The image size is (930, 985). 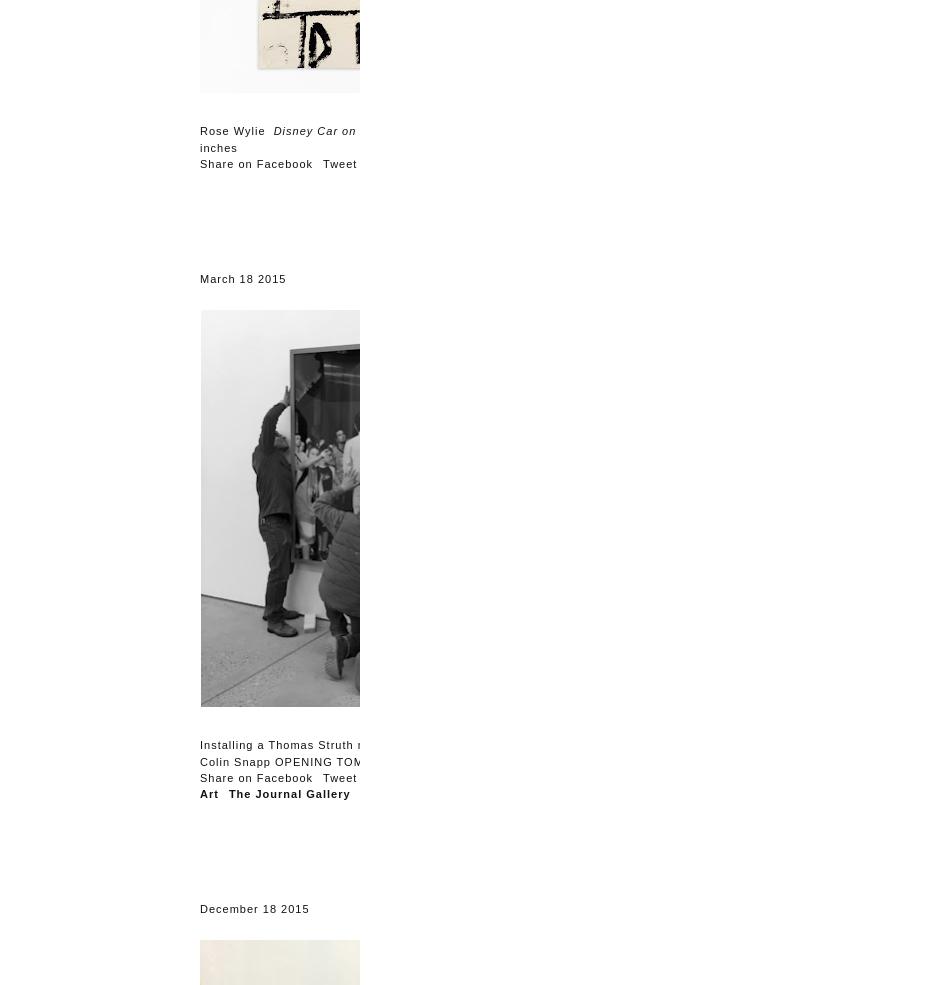 I want to click on 'Rose Wylie', so click(x=199, y=131).